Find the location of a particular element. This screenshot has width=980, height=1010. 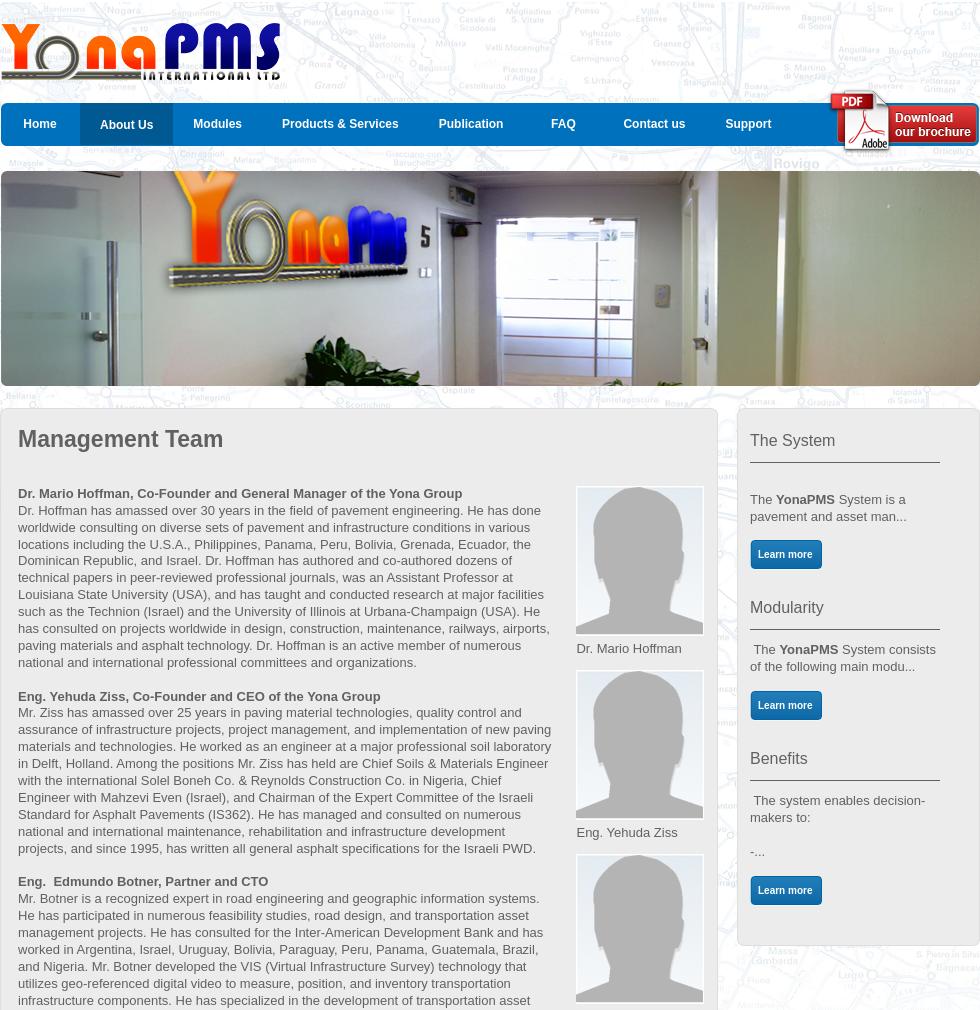

'Dr. Mario Hoffman, Co-Founder and General Manager of the Yona Group' is located at coordinates (240, 492).